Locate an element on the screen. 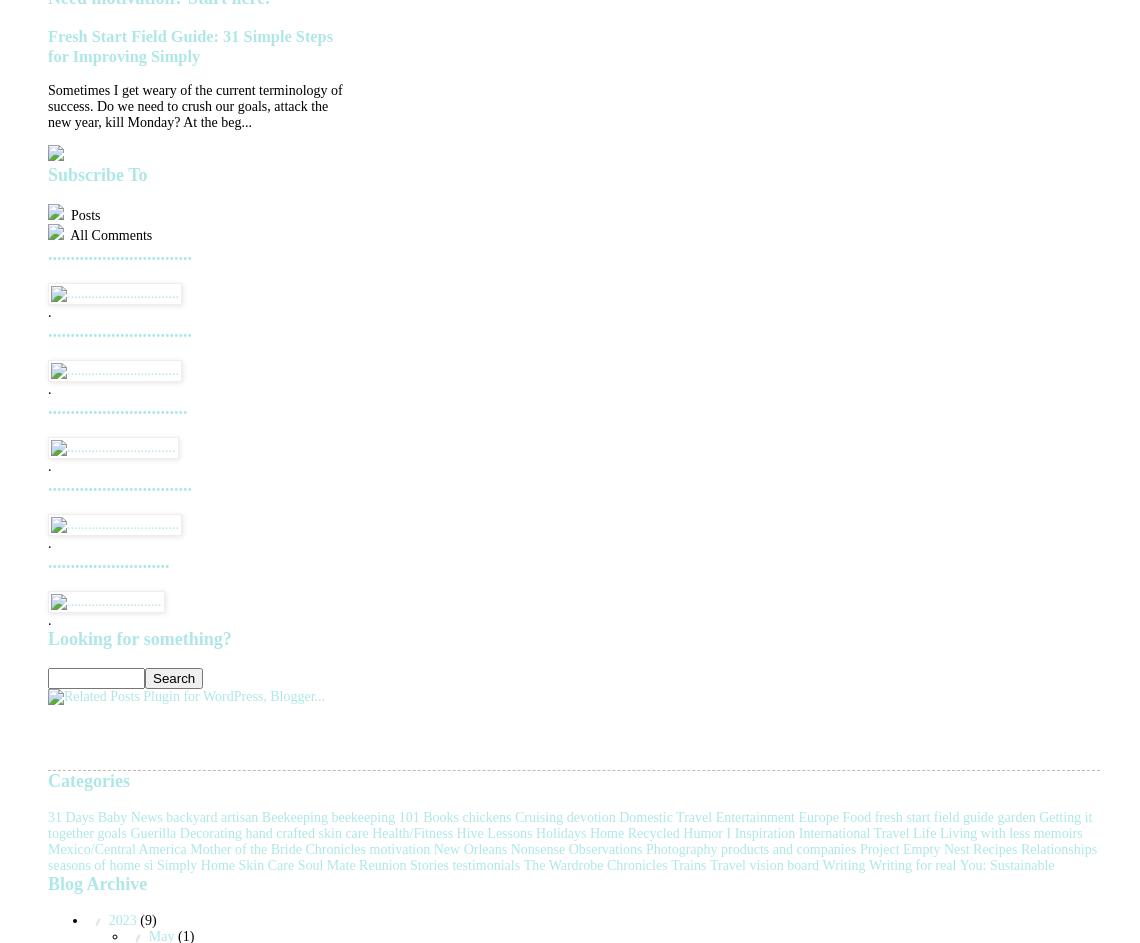 Image resolution: width=1140 pixels, height=943 pixels. 'You: Sustainable' is located at coordinates (1006, 864).